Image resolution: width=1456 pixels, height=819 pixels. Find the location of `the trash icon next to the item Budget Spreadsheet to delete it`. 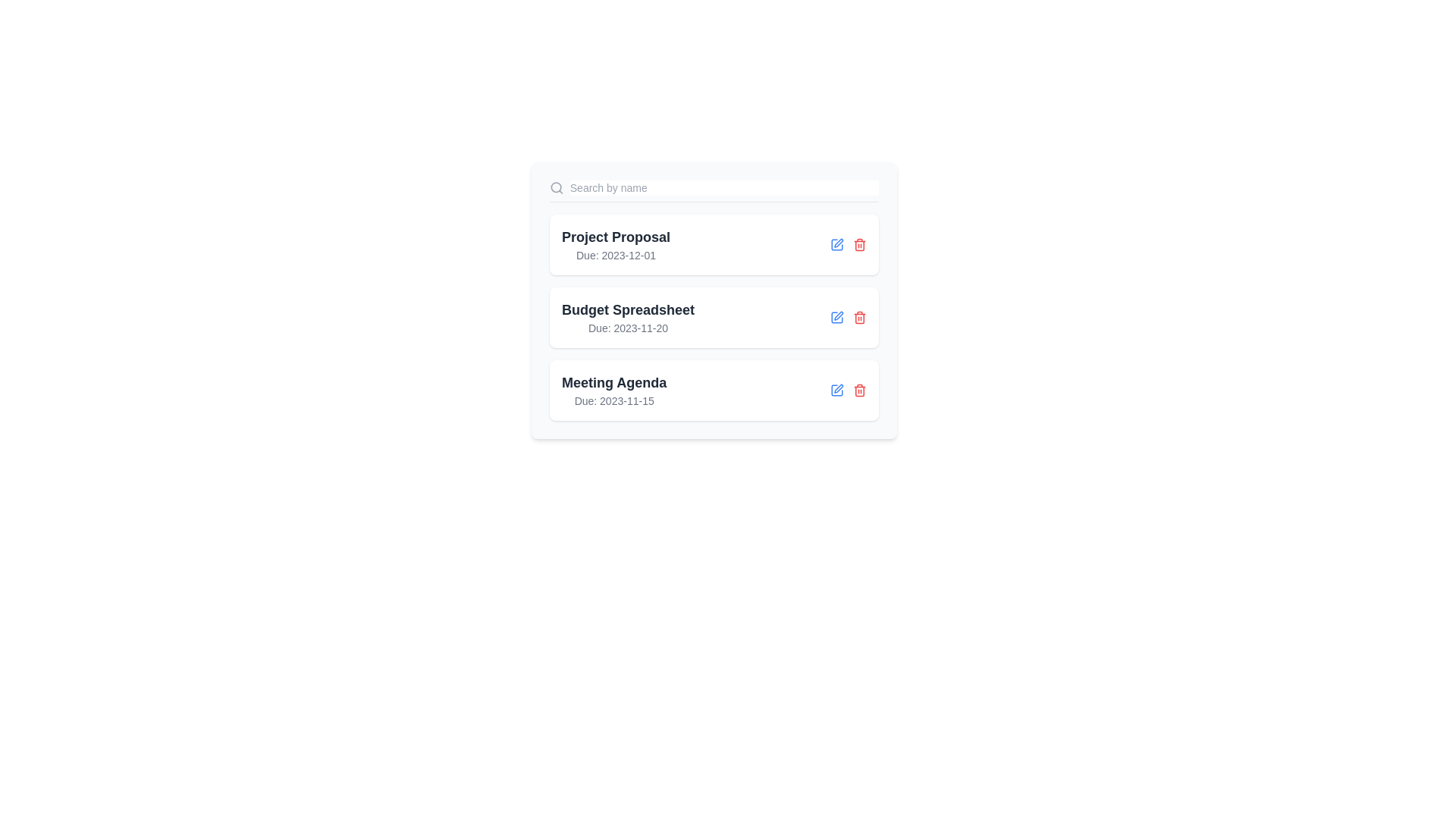

the trash icon next to the item Budget Spreadsheet to delete it is located at coordinates (859, 317).